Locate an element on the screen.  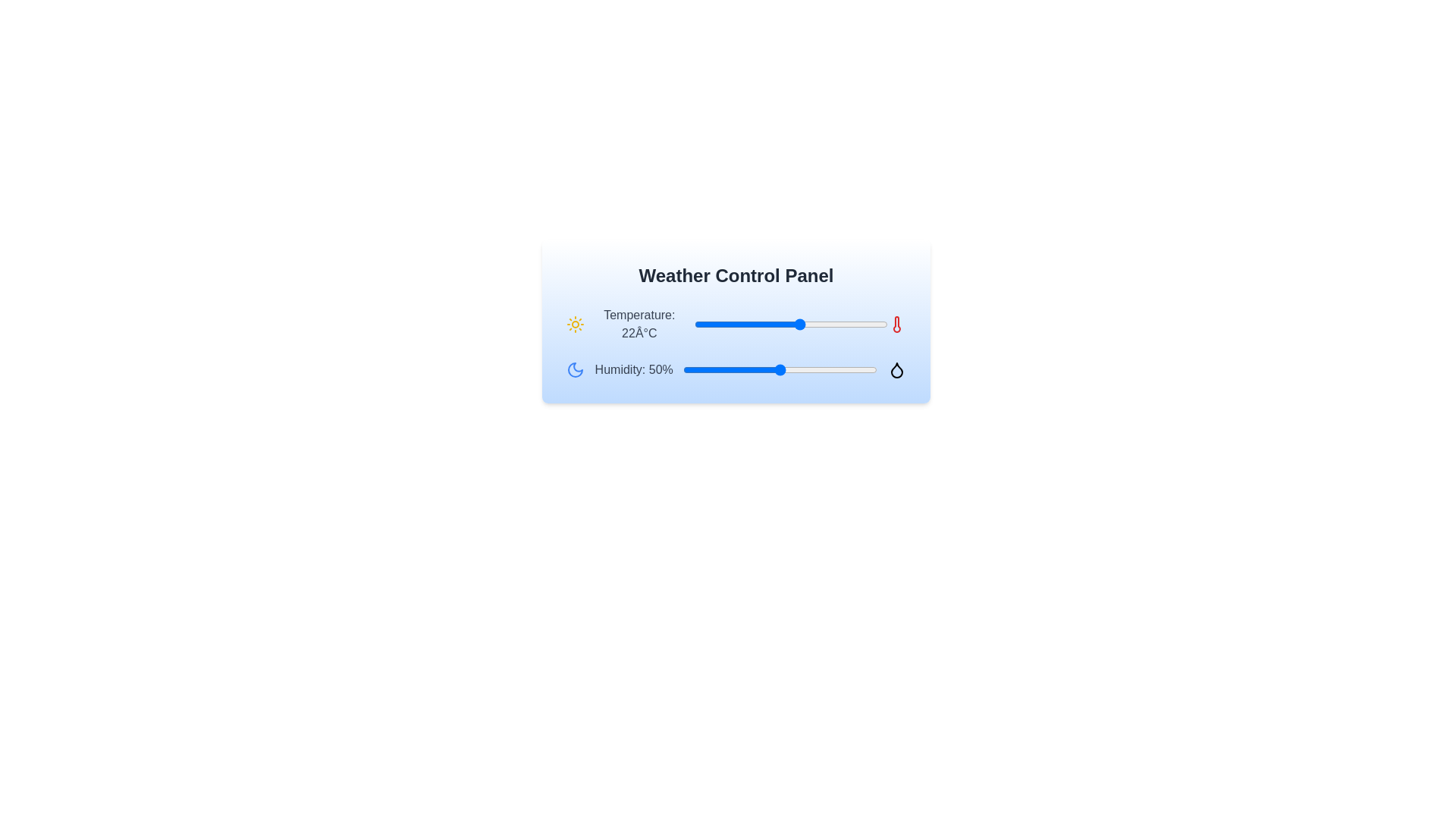
the humidity slider to set the humidity to 59% is located at coordinates (797, 370).